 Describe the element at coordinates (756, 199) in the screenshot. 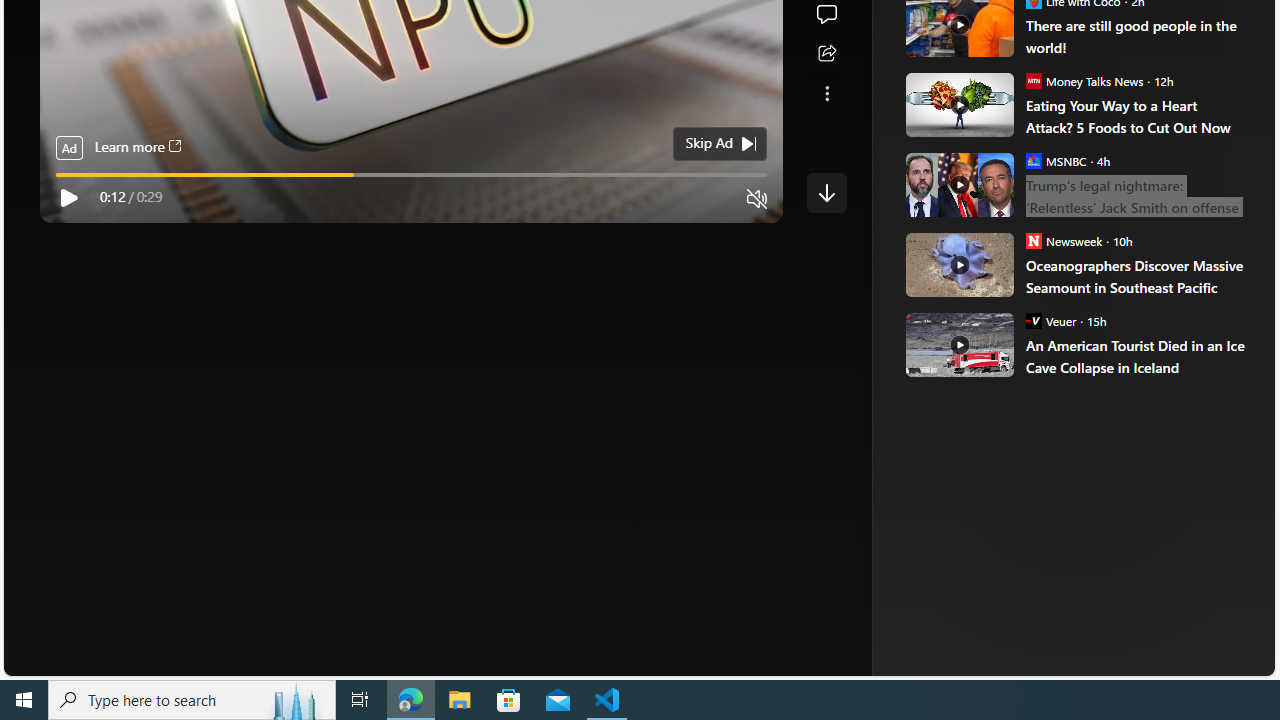

I see `'Unmute'` at that location.